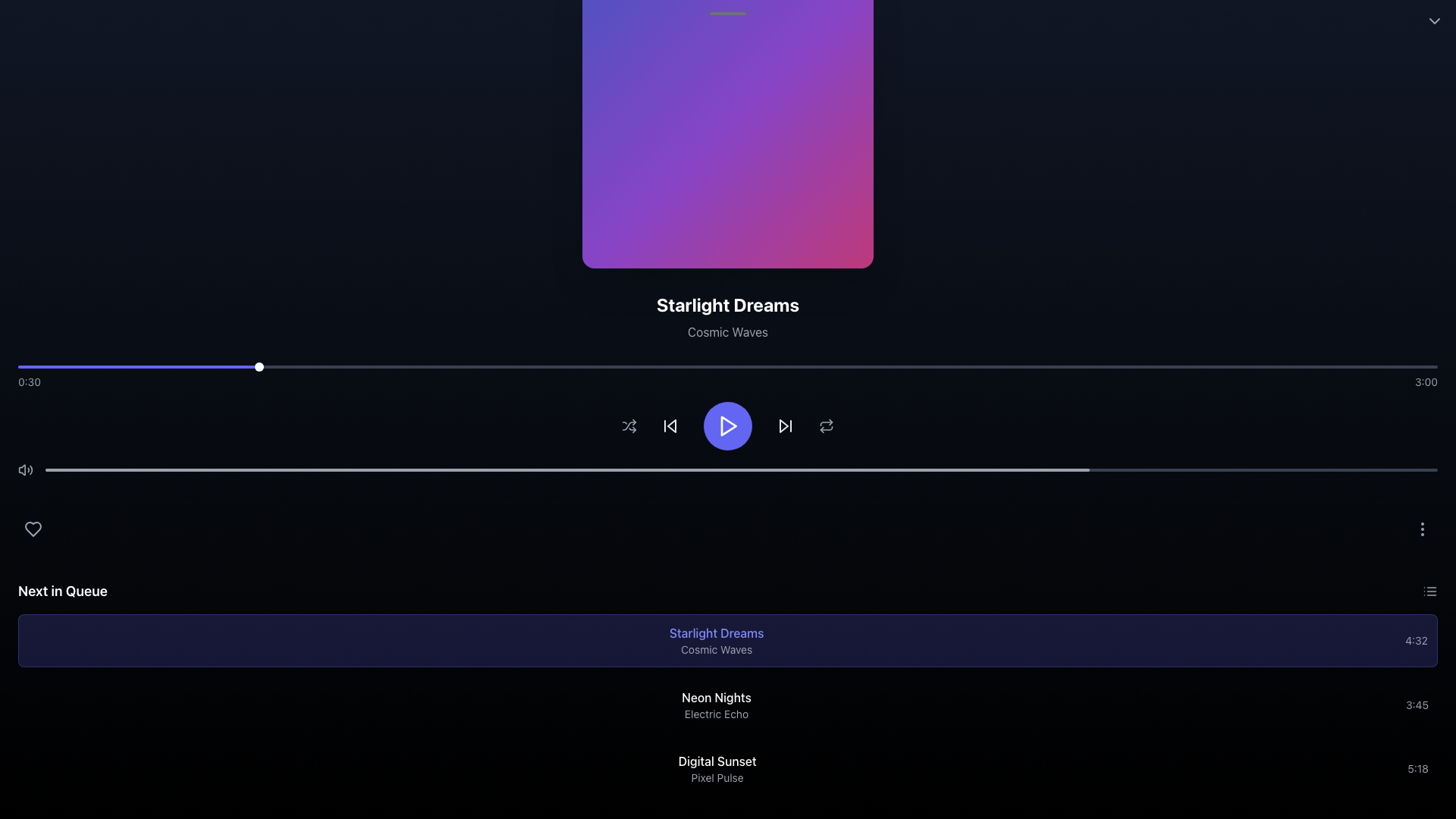 The width and height of the screenshot is (1456, 819). What do you see at coordinates (669, 426) in the screenshot?
I see `the previous track button located to the left of the central play button in the media control panel to observe any visual state changes` at bounding box center [669, 426].